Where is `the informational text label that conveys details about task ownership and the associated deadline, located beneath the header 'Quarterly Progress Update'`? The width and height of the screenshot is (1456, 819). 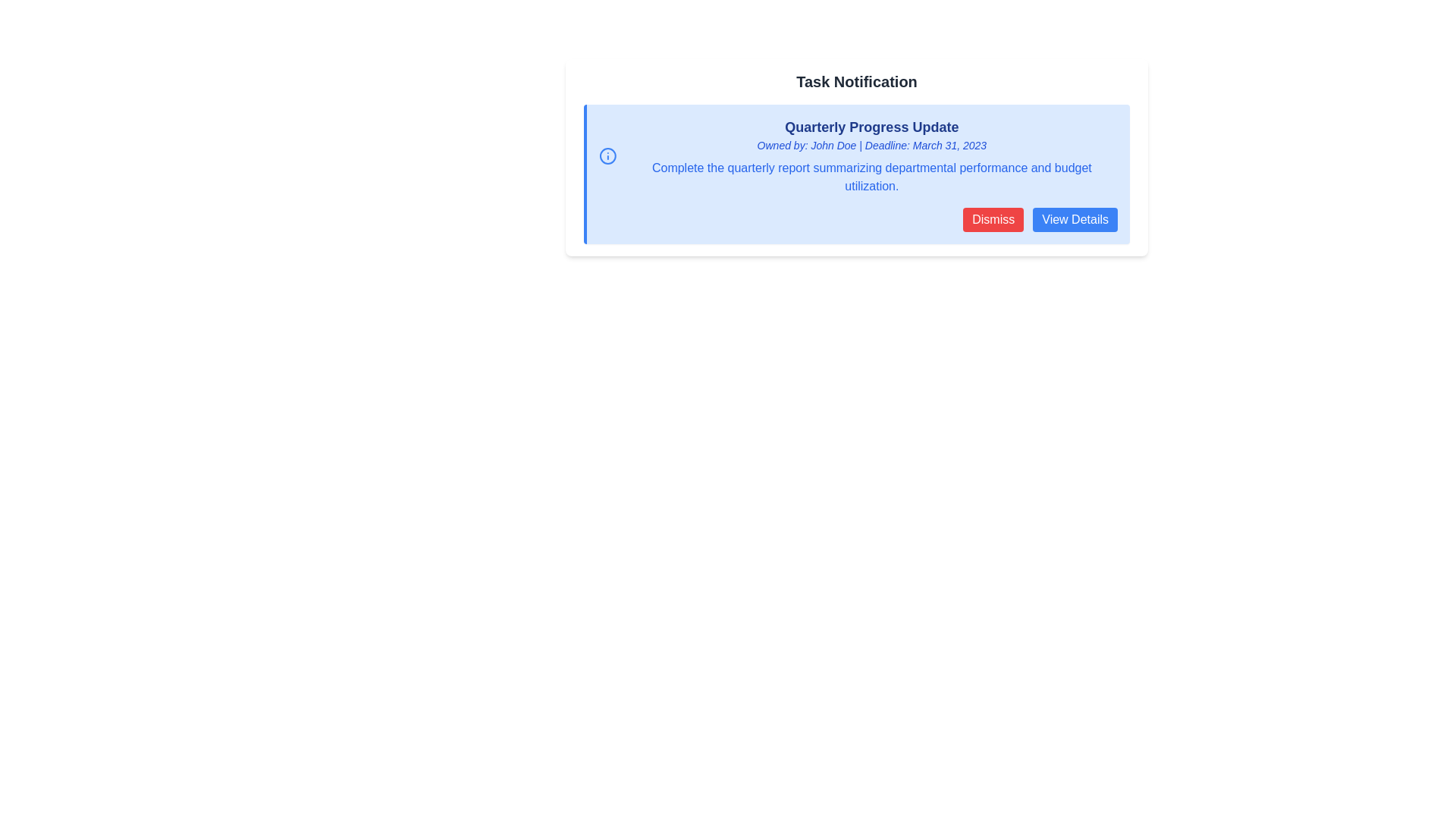 the informational text label that conveys details about task ownership and the associated deadline, located beneath the header 'Quarterly Progress Update' is located at coordinates (871, 146).